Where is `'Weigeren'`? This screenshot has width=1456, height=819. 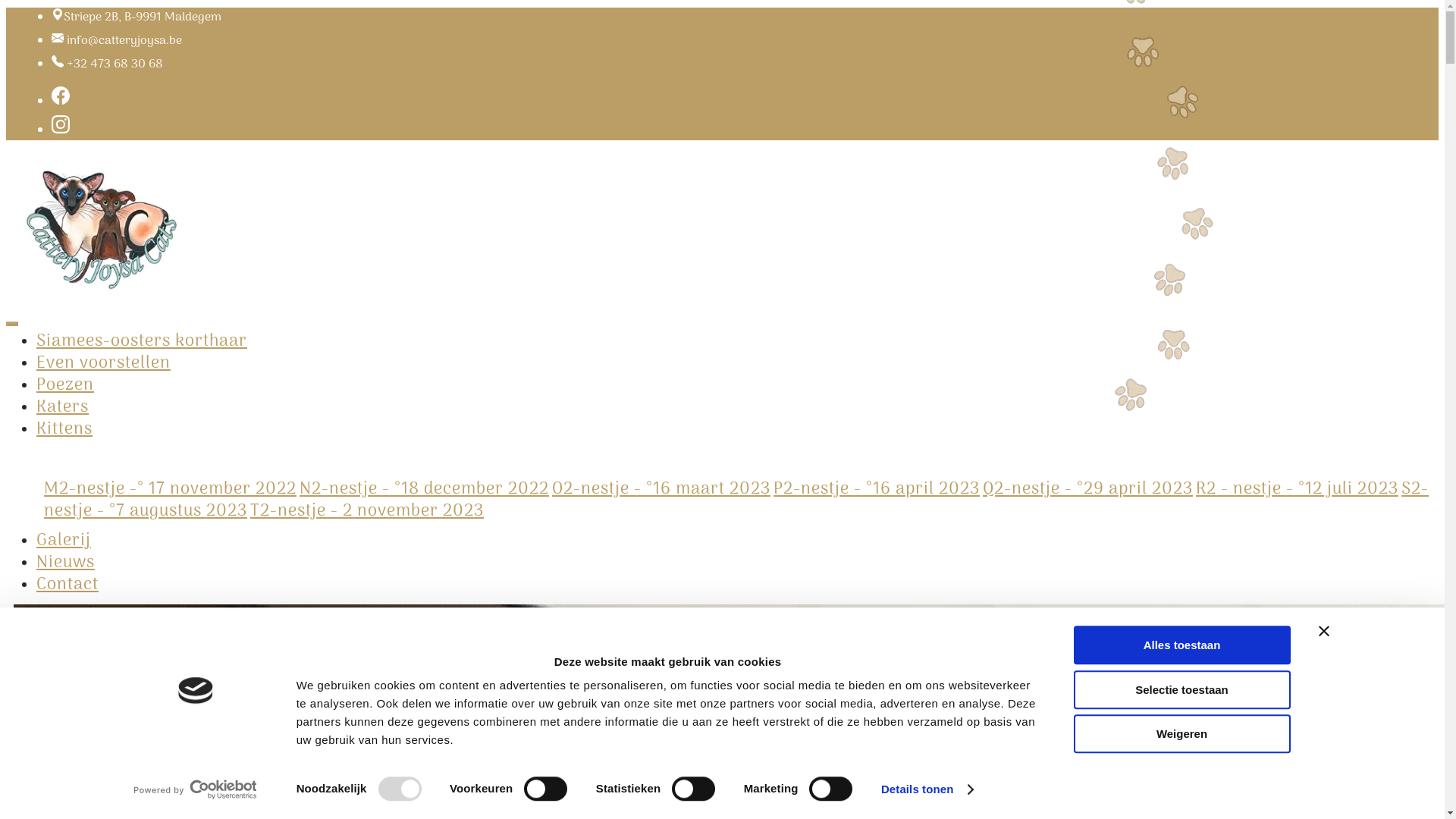
'Weigeren' is located at coordinates (1181, 733).